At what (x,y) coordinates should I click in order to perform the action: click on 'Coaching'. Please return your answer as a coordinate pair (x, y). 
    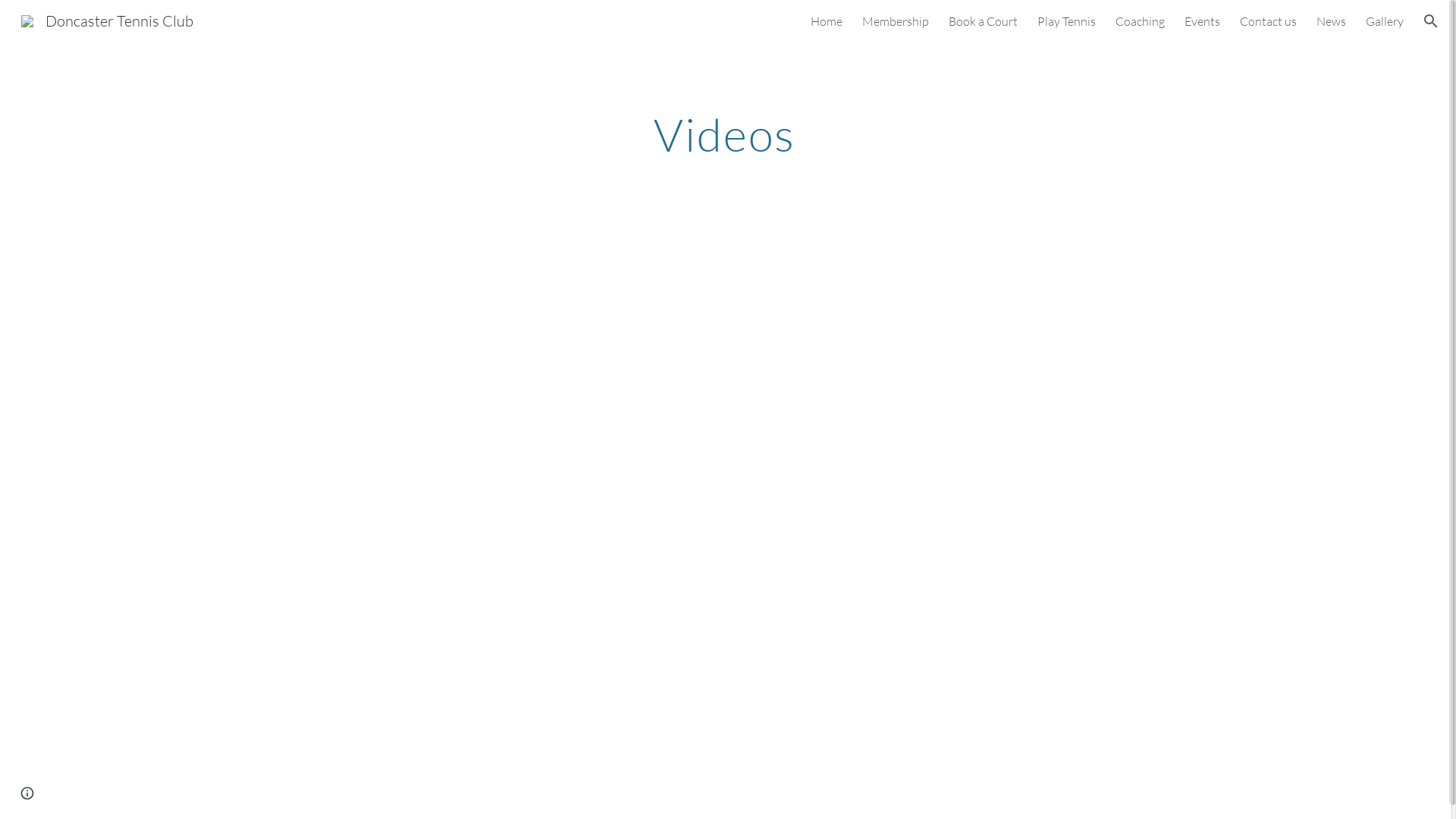
    Looking at the image, I should click on (1140, 20).